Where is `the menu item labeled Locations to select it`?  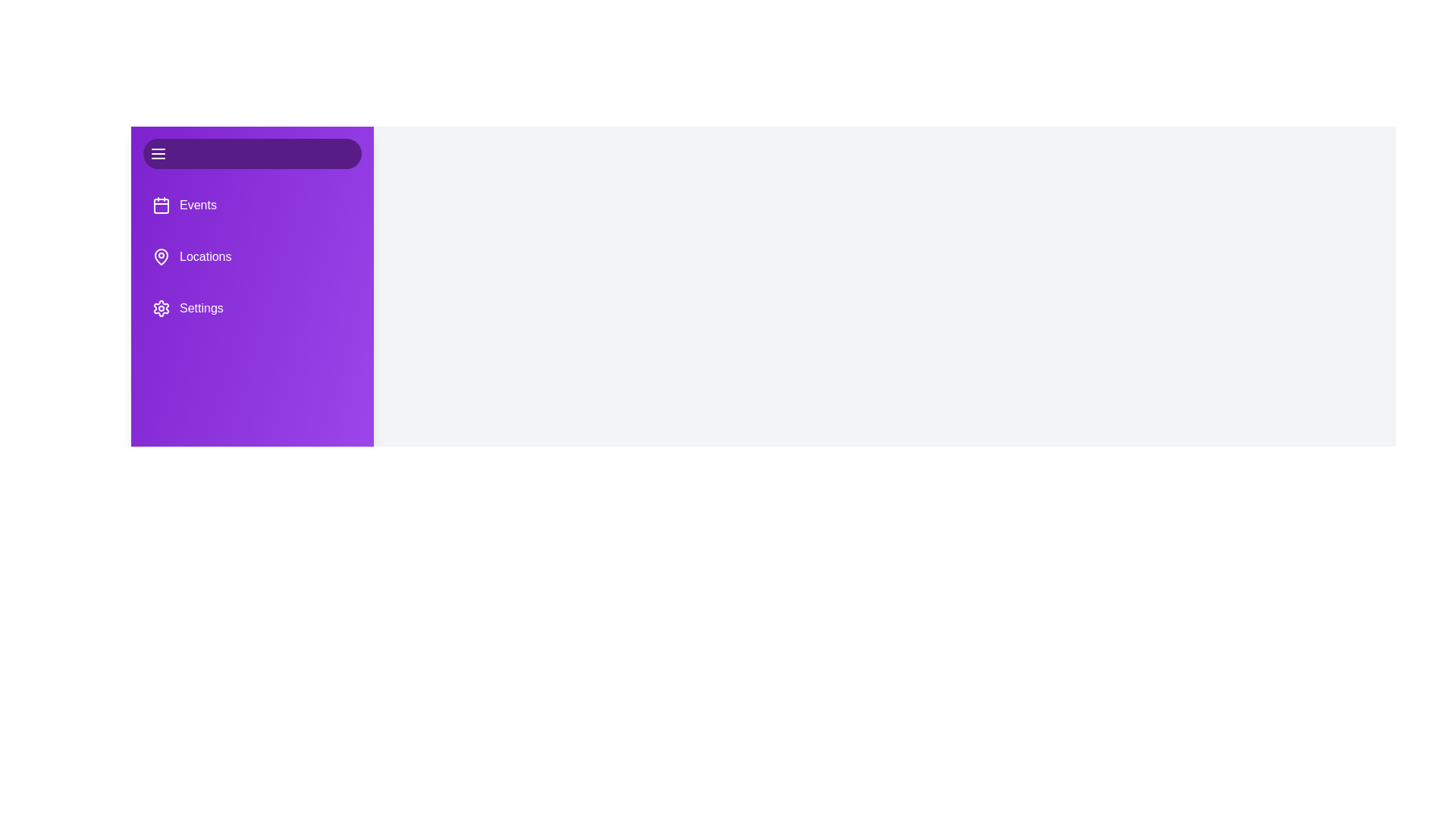 the menu item labeled Locations to select it is located at coordinates (252, 256).